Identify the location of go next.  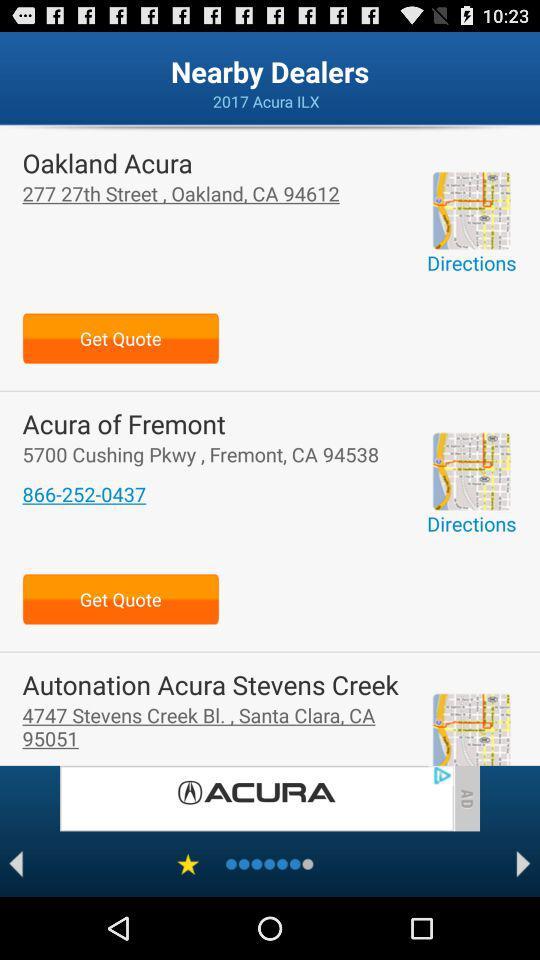
(523, 863).